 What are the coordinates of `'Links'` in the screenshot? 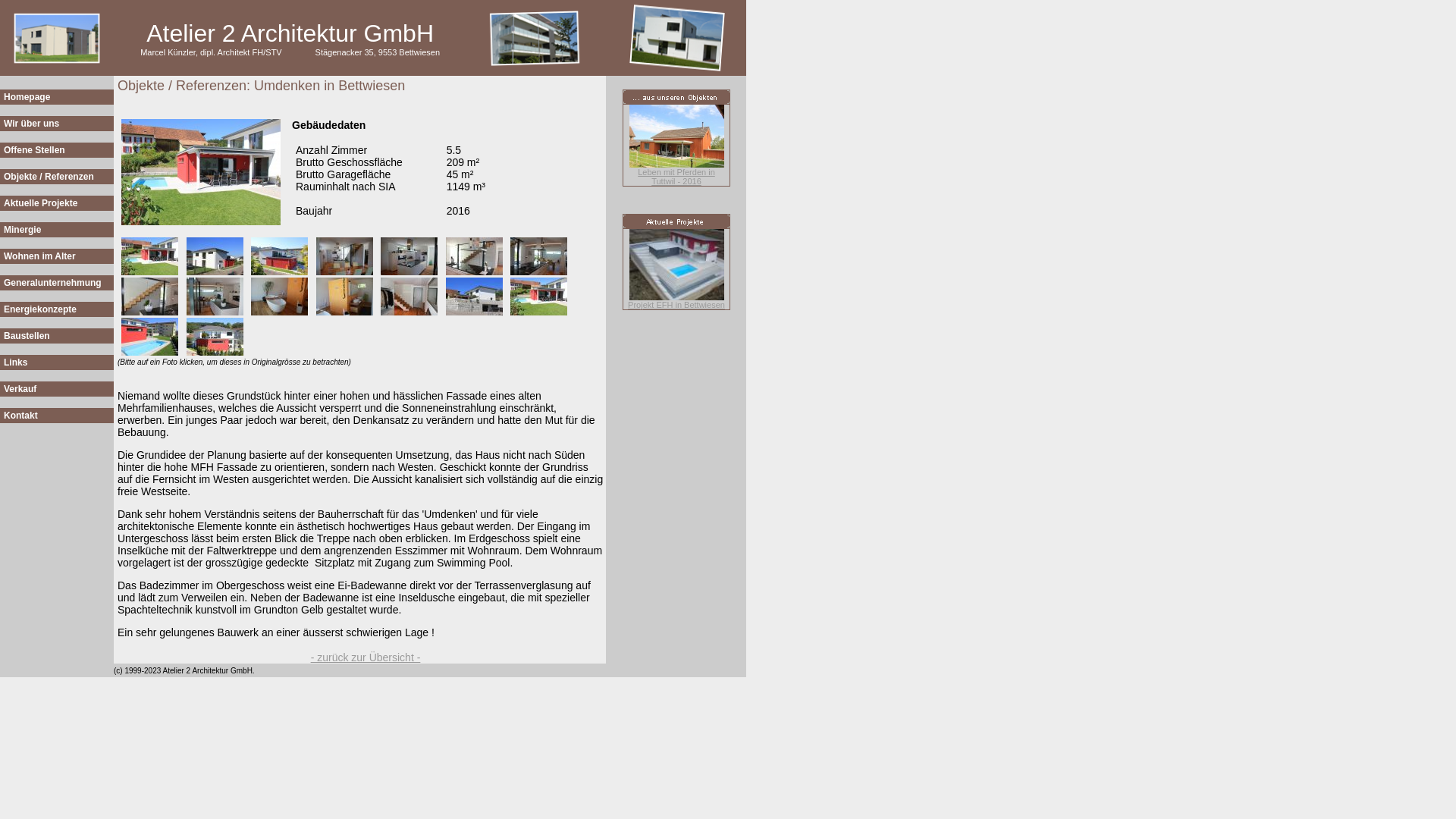 It's located at (15, 362).